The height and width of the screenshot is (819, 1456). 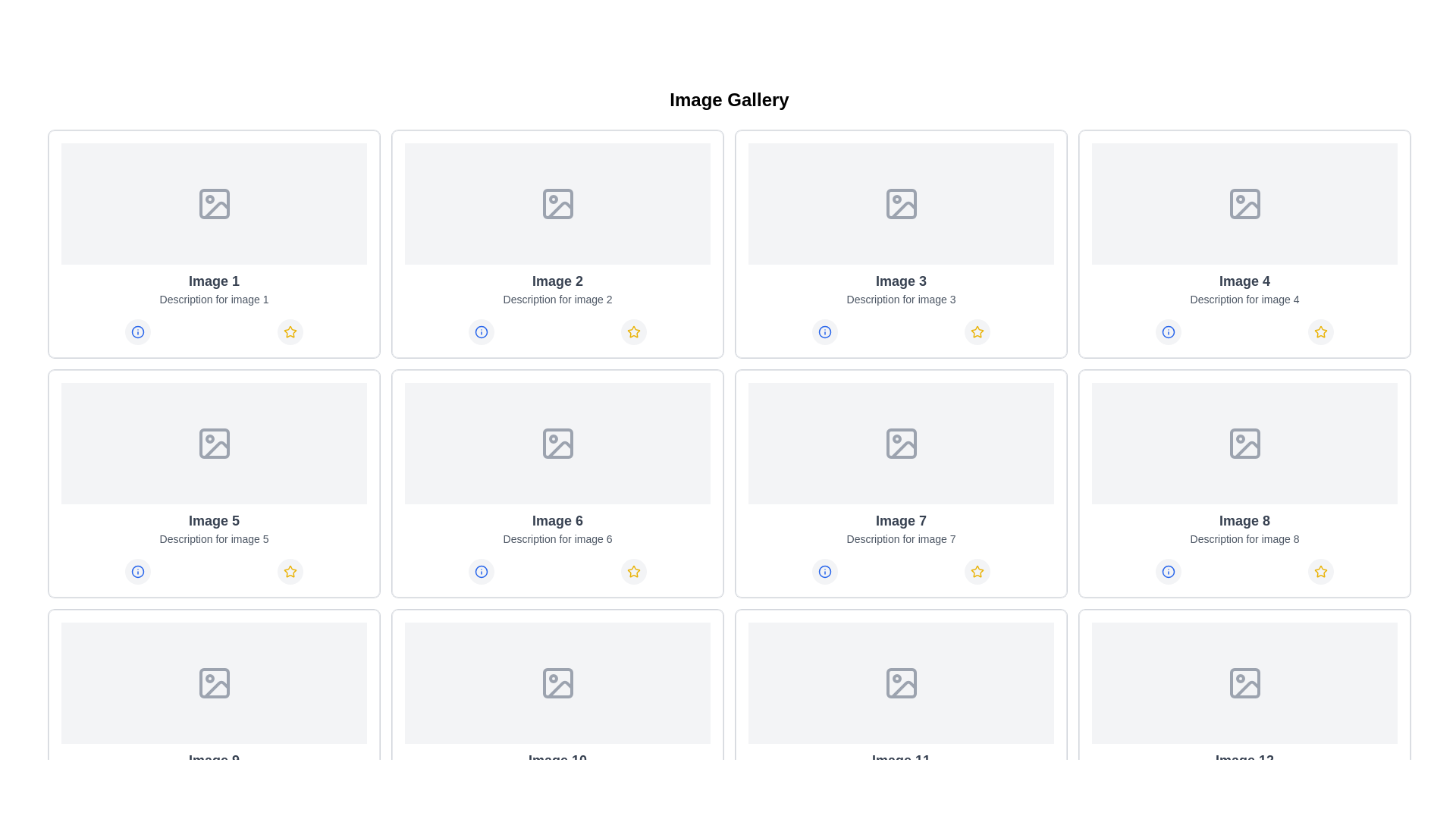 What do you see at coordinates (213, 683) in the screenshot?
I see `the SVG rectangle located in the bottom row of the gallery, specifically within the 'Image 9' card` at bounding box center [213, 683].